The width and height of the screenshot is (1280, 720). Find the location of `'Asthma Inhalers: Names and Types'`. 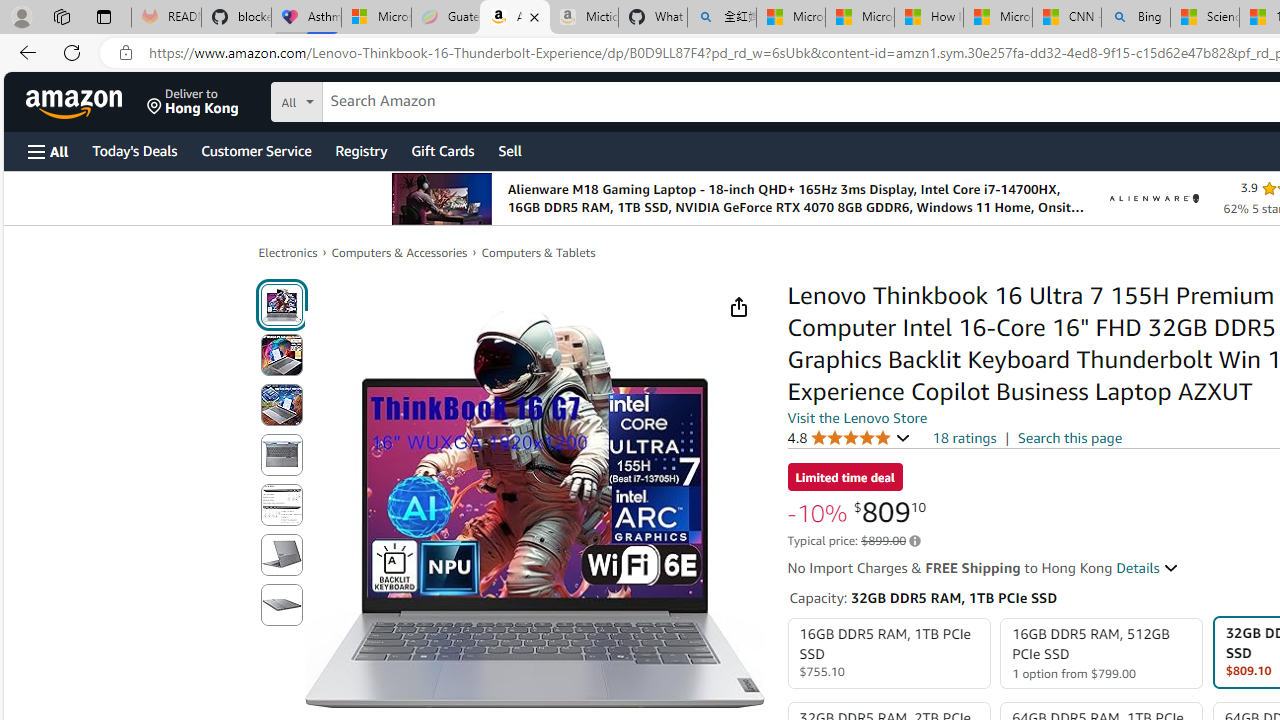

'Asthma Inhalers: Names and Types' is located at coordinates (304, 17).